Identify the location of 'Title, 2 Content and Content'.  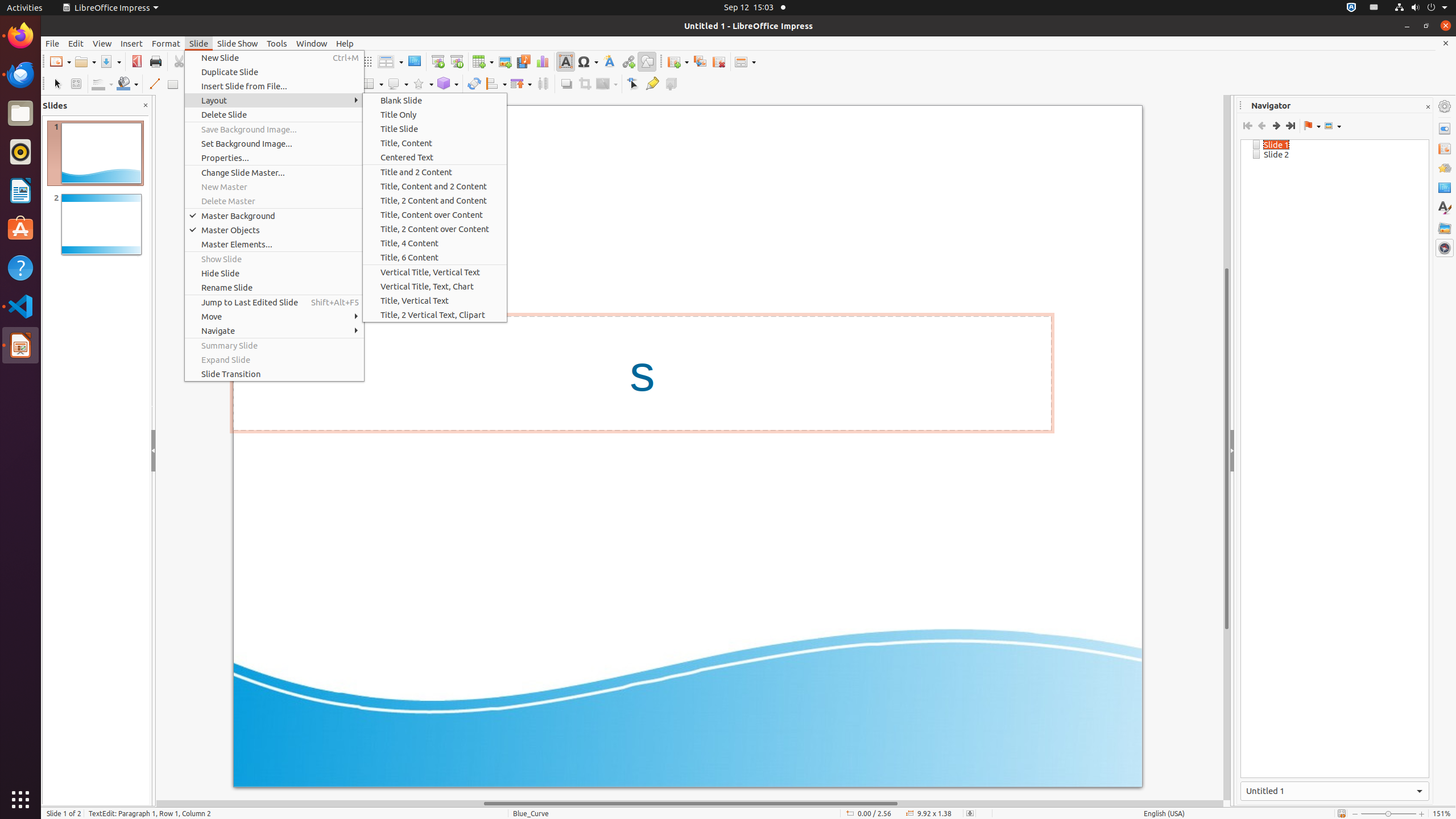
(434, 200).